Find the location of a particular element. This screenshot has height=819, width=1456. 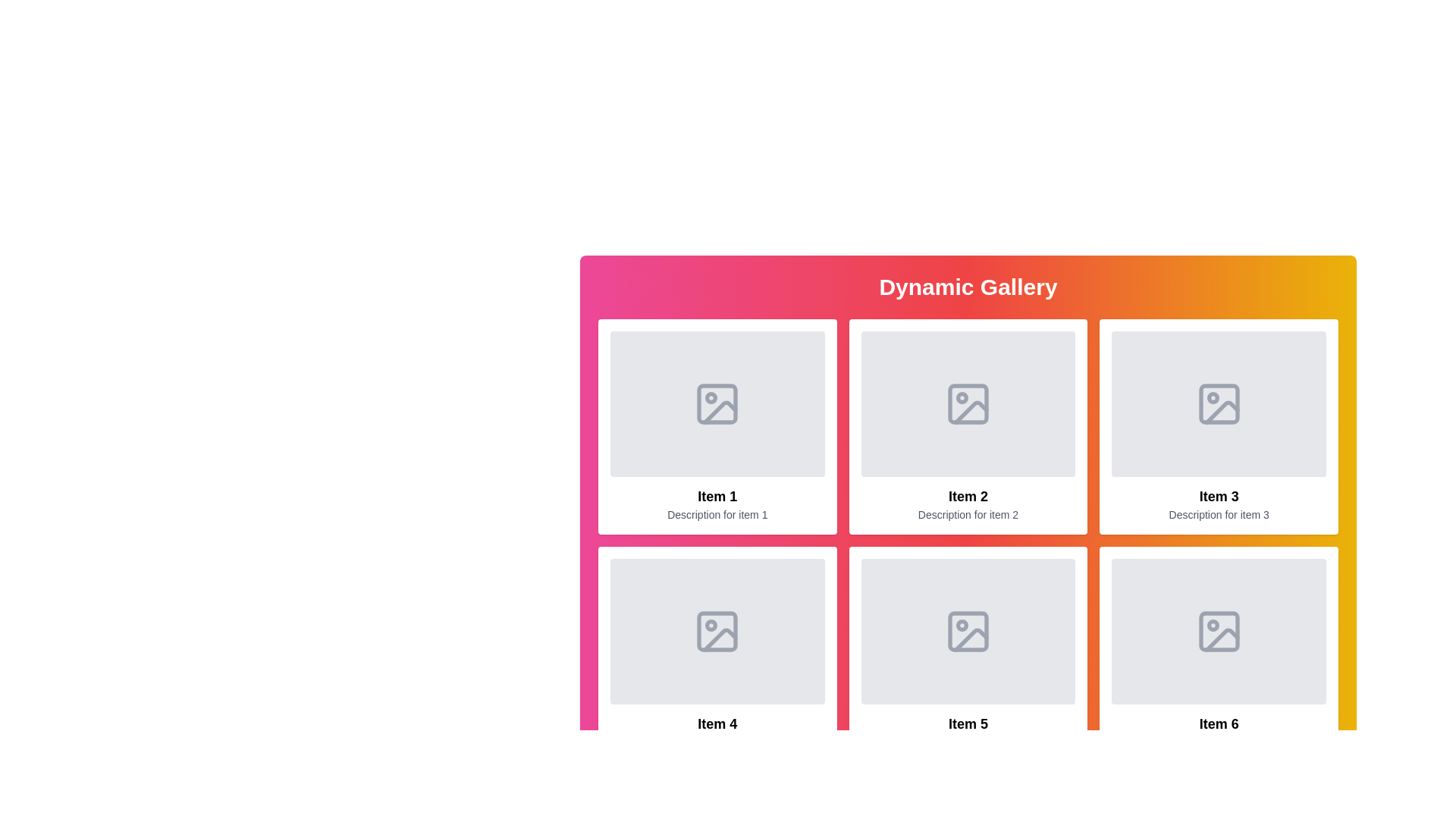

the placeholder icon located in the grid structure of the gallery under 'Item 4', positioned left and below the 'Dynamic Gallery' header is located at coordinates (717, 632).